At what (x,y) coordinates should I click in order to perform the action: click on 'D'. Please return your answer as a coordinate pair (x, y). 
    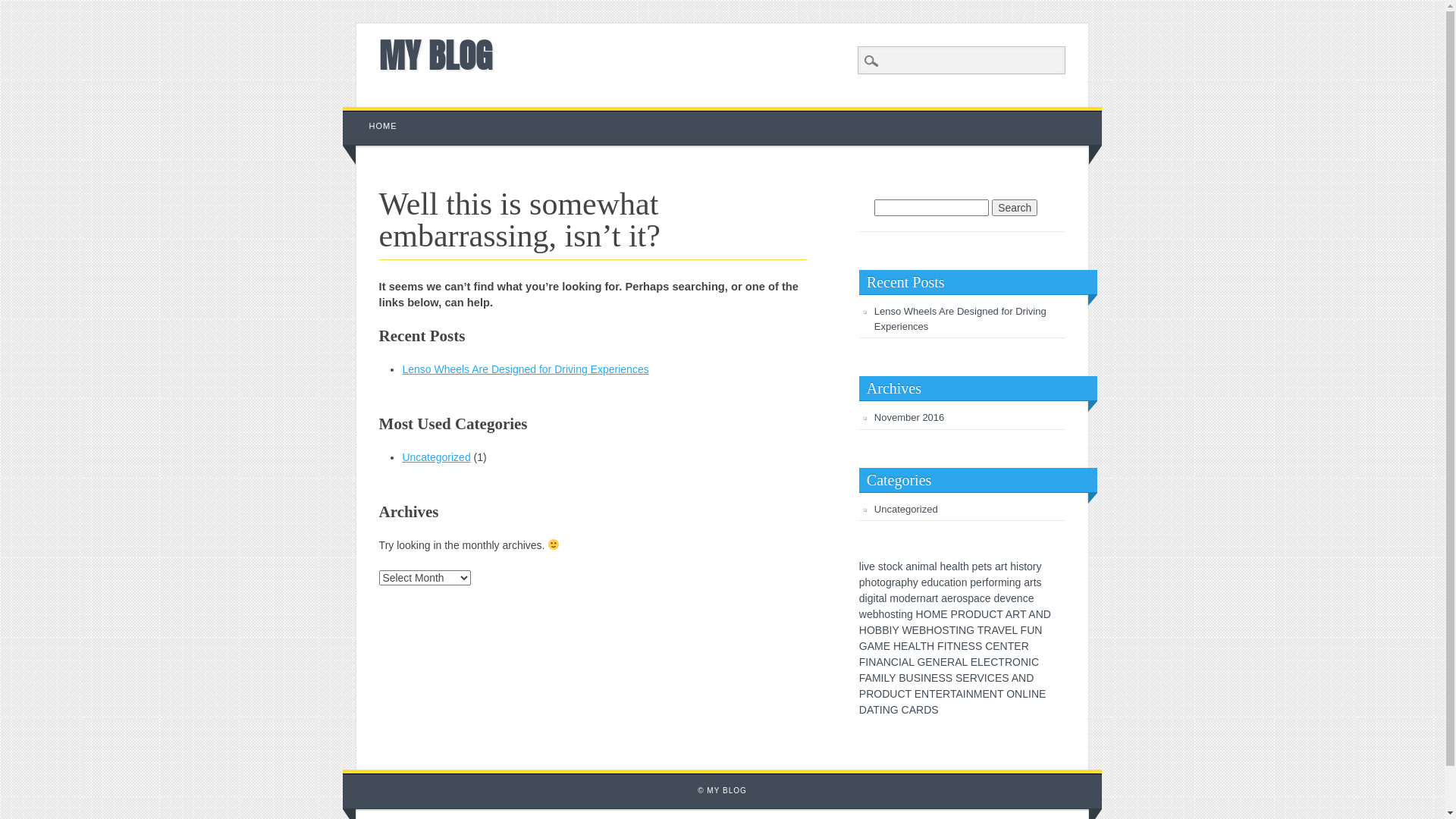
    Looking at the image, I should click on (858, 710).